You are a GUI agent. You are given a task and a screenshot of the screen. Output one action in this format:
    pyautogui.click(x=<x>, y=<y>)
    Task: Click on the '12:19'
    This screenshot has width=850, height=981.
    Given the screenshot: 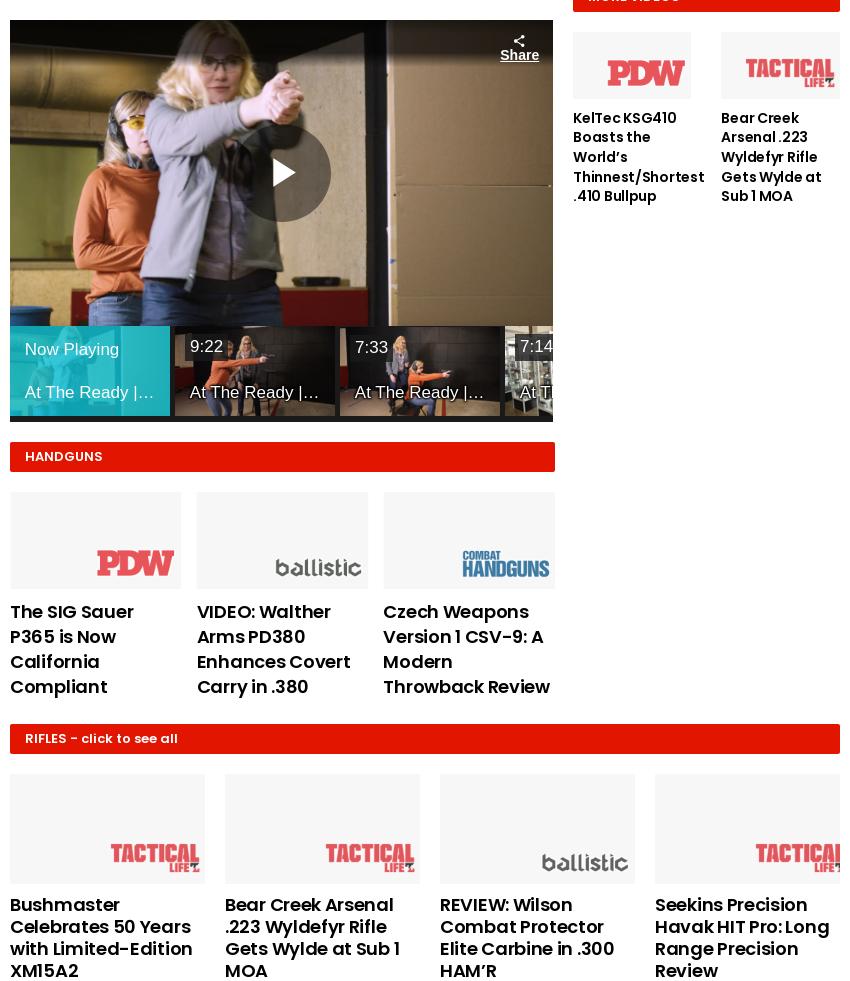 What is the action you would take?
    pyautogui.click(x=682, y=344)
    